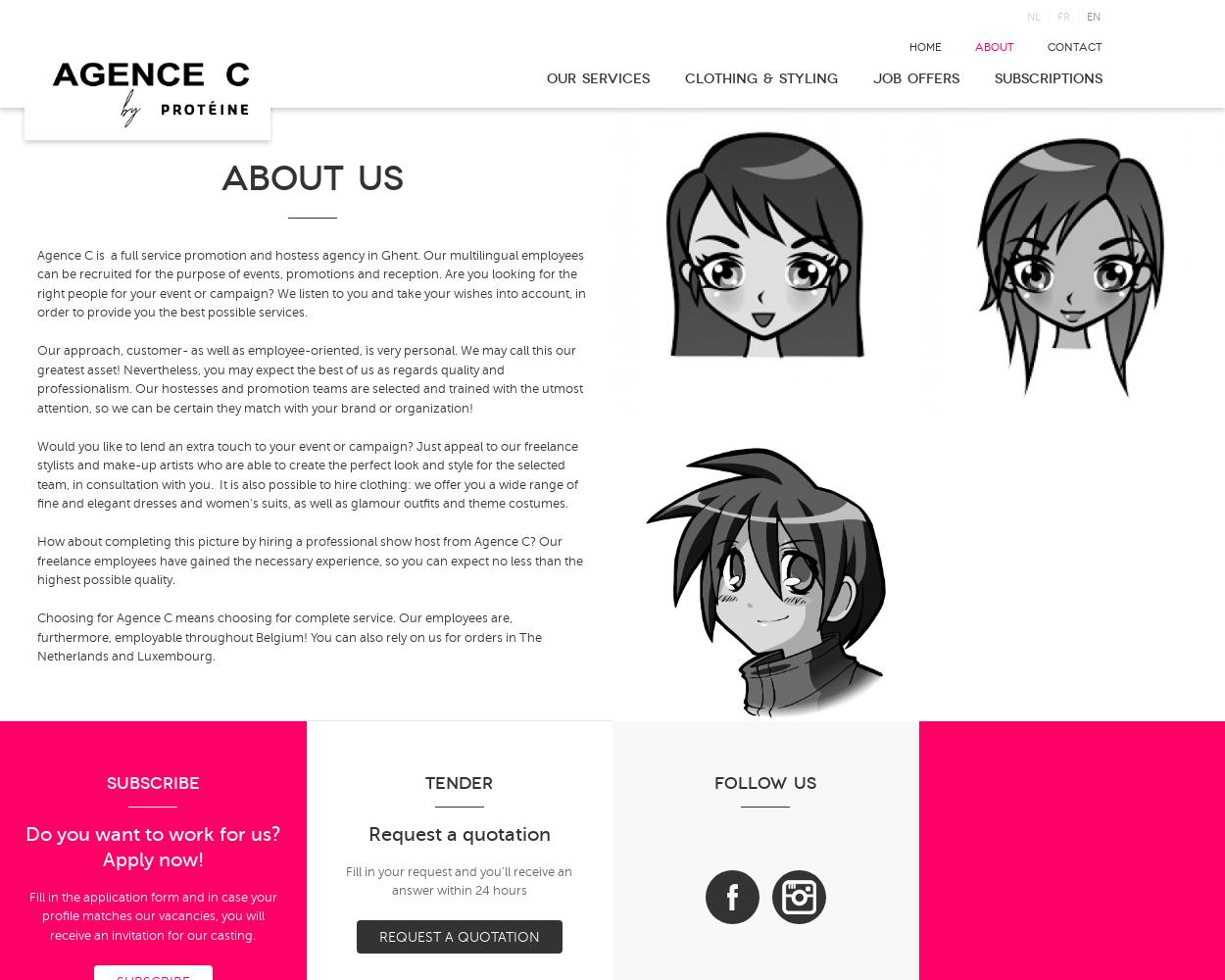 The image size is (1225, 980). What do you see at coordinates (692, 496) in the screenshot?
I see `'External event consultant'` at bounding box center [692, 496].